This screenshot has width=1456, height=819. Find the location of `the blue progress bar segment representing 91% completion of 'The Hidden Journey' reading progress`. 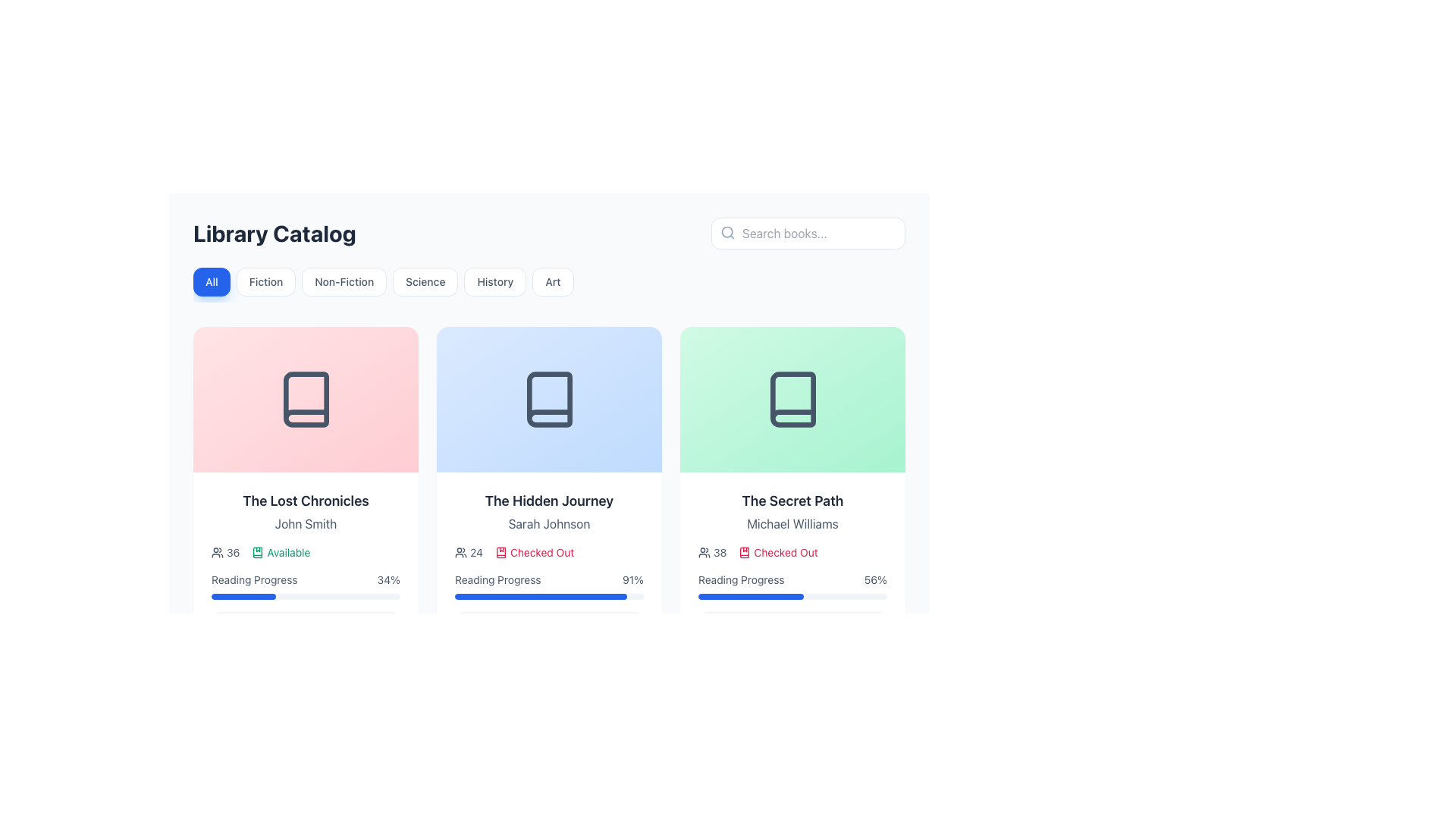

the blue progress bar segment representing 91% completion of 'The Hidden Journey' reading progress is located at coordinates (541, 595).